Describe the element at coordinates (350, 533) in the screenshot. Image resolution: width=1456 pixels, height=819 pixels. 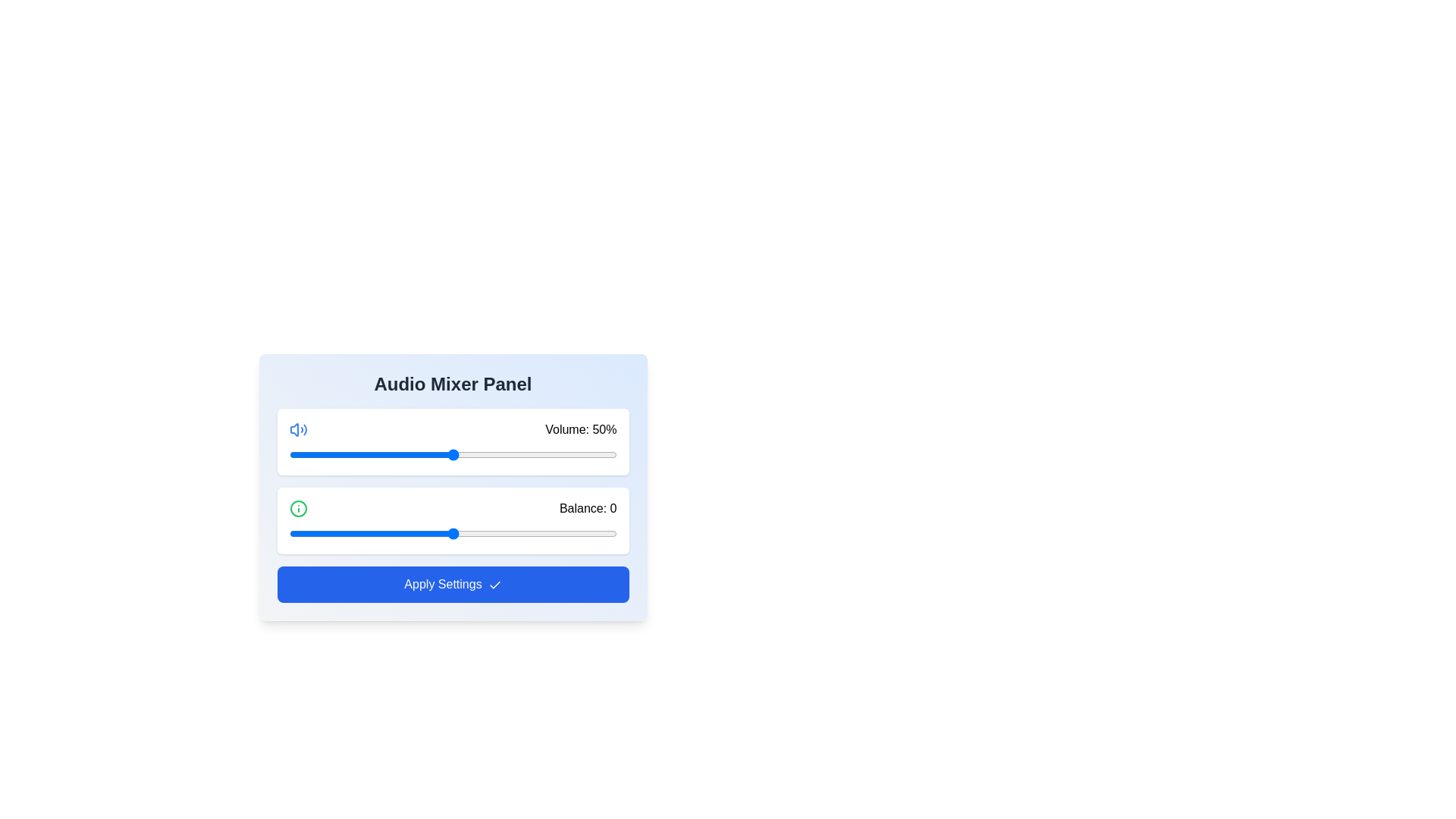
I see `the balance slider to set the balance to -31` at that location.